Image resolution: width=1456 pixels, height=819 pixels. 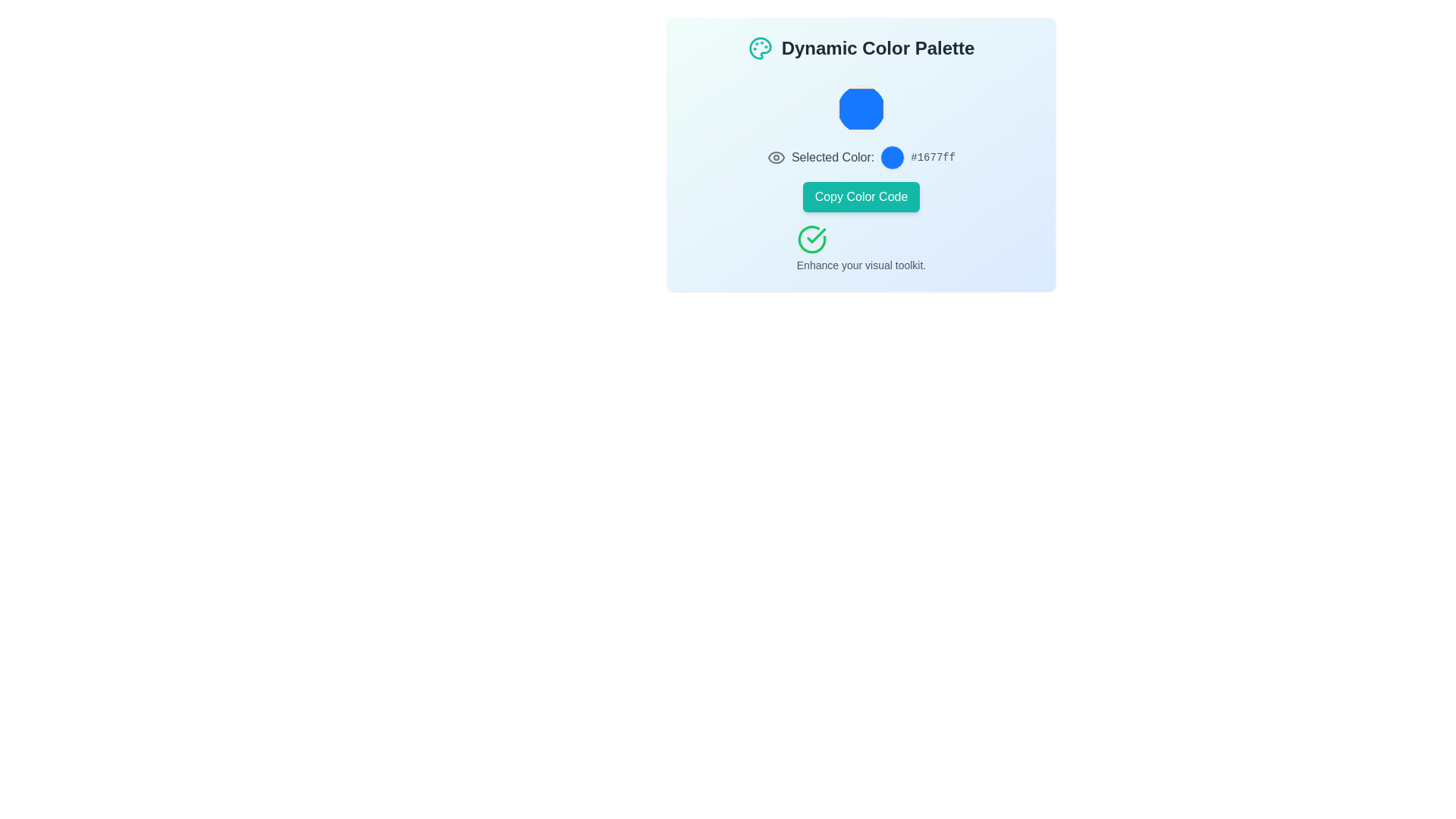 What do you see at coordinates (932, 158) in the screenshot?
I see `the text label displaying the hexadecimal color code '#1677ff', which is styled with a gray font color and a monospace font, located within a horizontal group of color information elements` at bounding box center [932, 158].